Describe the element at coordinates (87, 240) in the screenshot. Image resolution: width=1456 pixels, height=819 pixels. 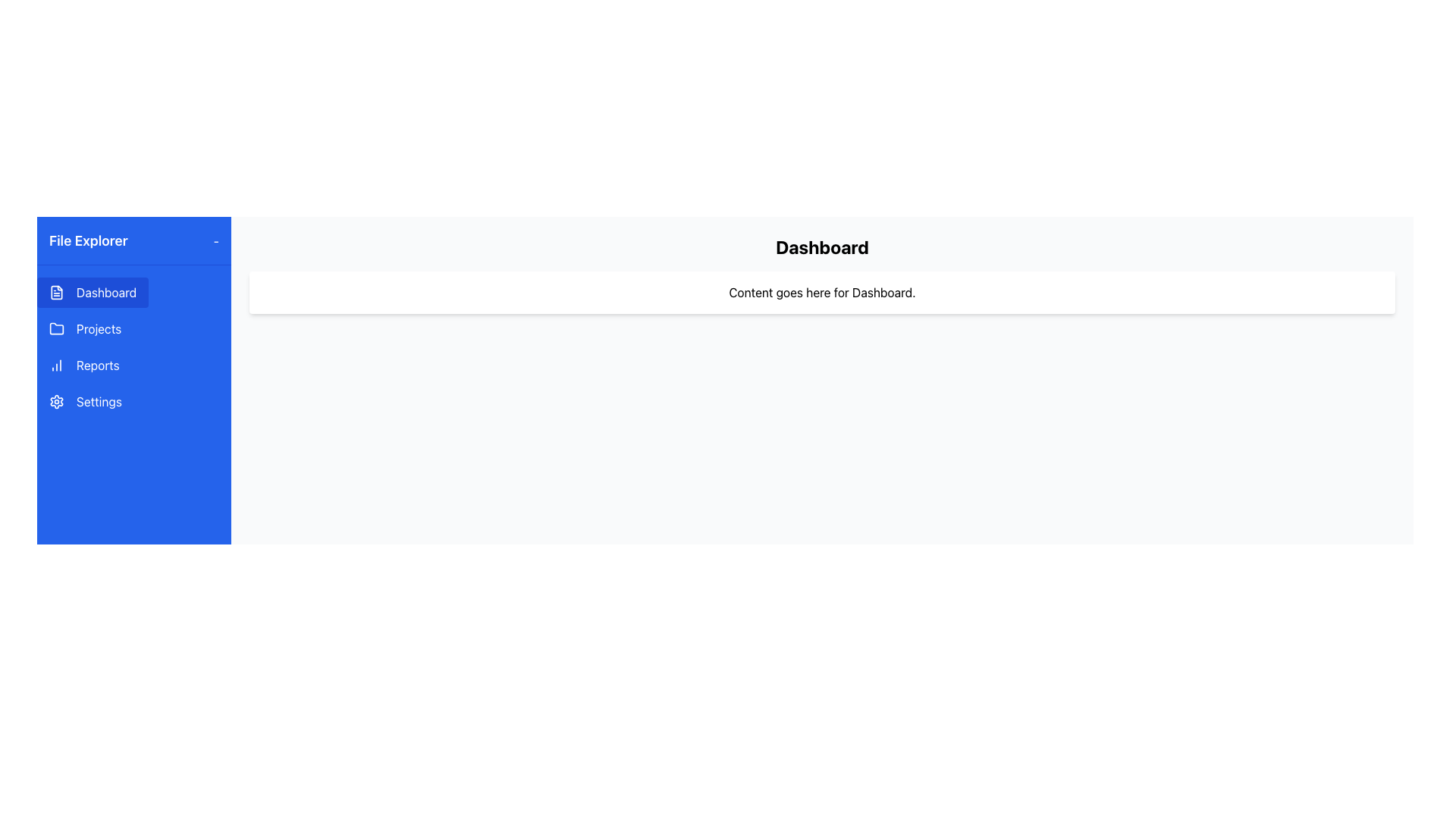
I see `text displayed in the 'File Explorer' text label located at the top section of the sidebar, aligned to the left margin` at that location.